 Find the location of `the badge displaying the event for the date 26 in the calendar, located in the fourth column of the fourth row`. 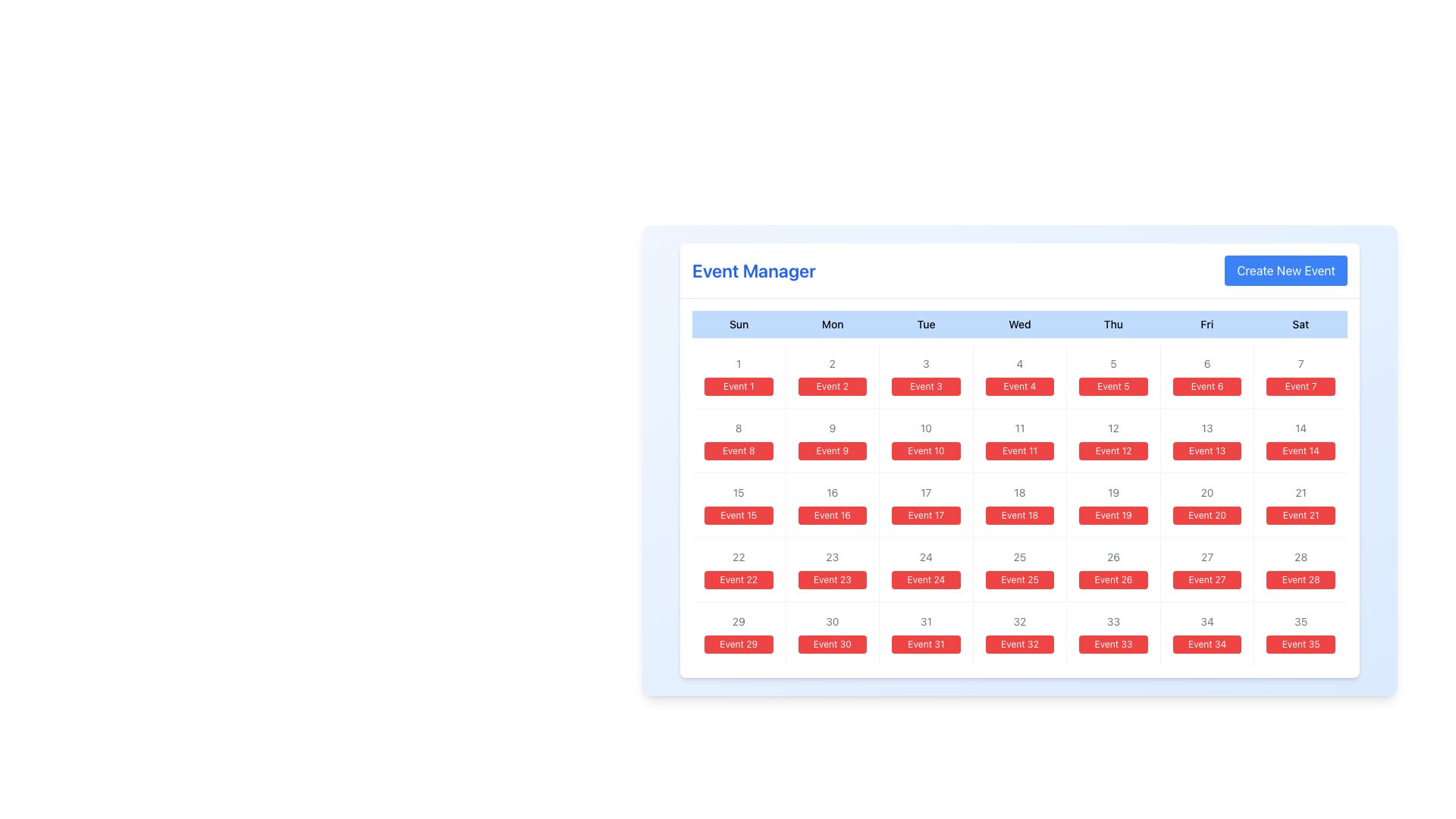

the badge displaying the event for the date 26 in the calendar, located in the fourth column of the fourth row is located at coordinates (1113, 579).